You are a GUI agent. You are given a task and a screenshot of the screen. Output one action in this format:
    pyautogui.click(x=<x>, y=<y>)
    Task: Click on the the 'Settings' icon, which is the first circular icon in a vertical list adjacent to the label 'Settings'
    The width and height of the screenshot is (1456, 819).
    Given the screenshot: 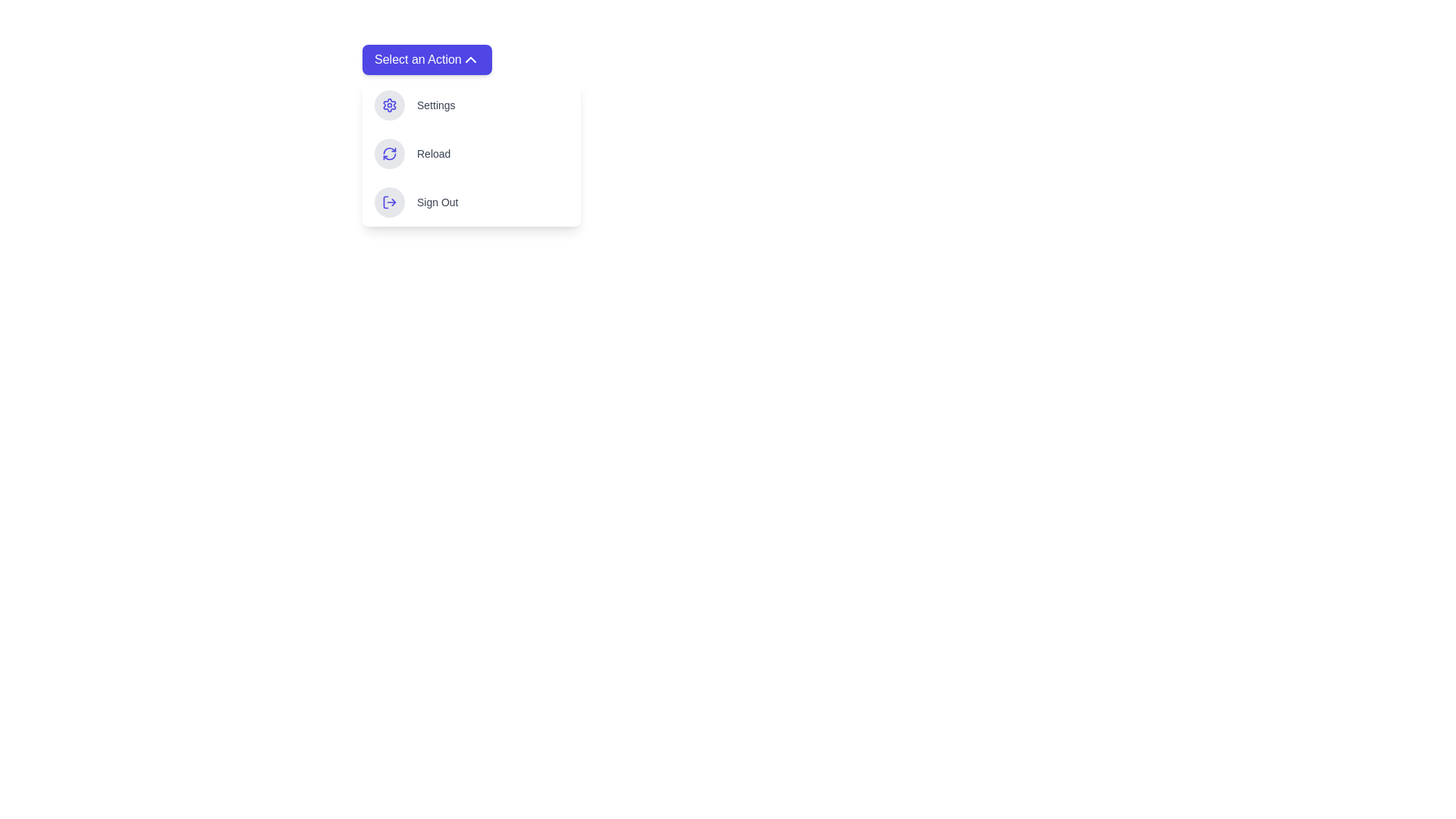 What is the action you would take?
    pyautogui.click(x=389, y=104)
    